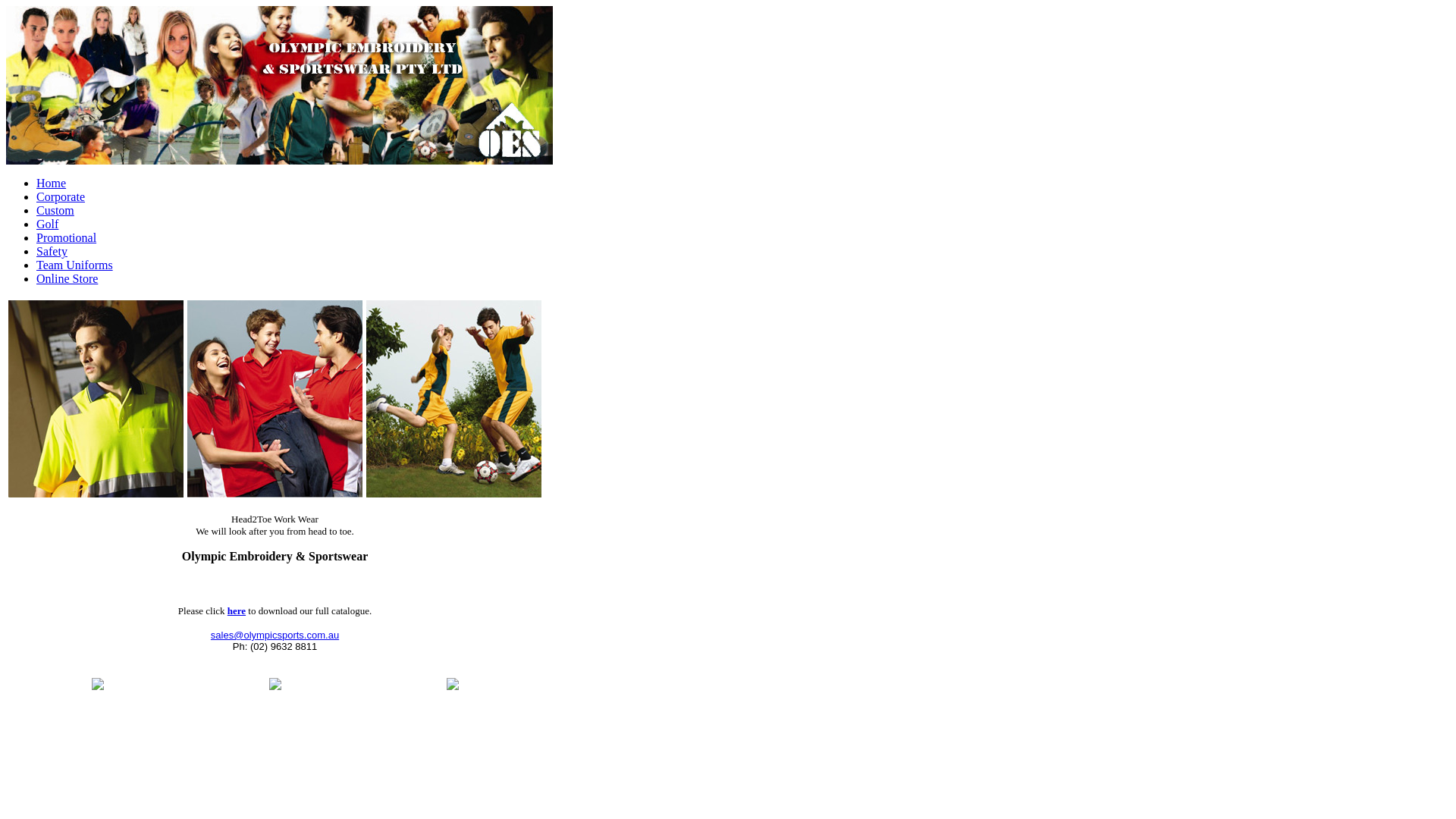 The image size is (1456, 819). What do you see at coordinates (55, 210) in the screenshot?
I see `'Custom'` at bounding box center [55, 210].